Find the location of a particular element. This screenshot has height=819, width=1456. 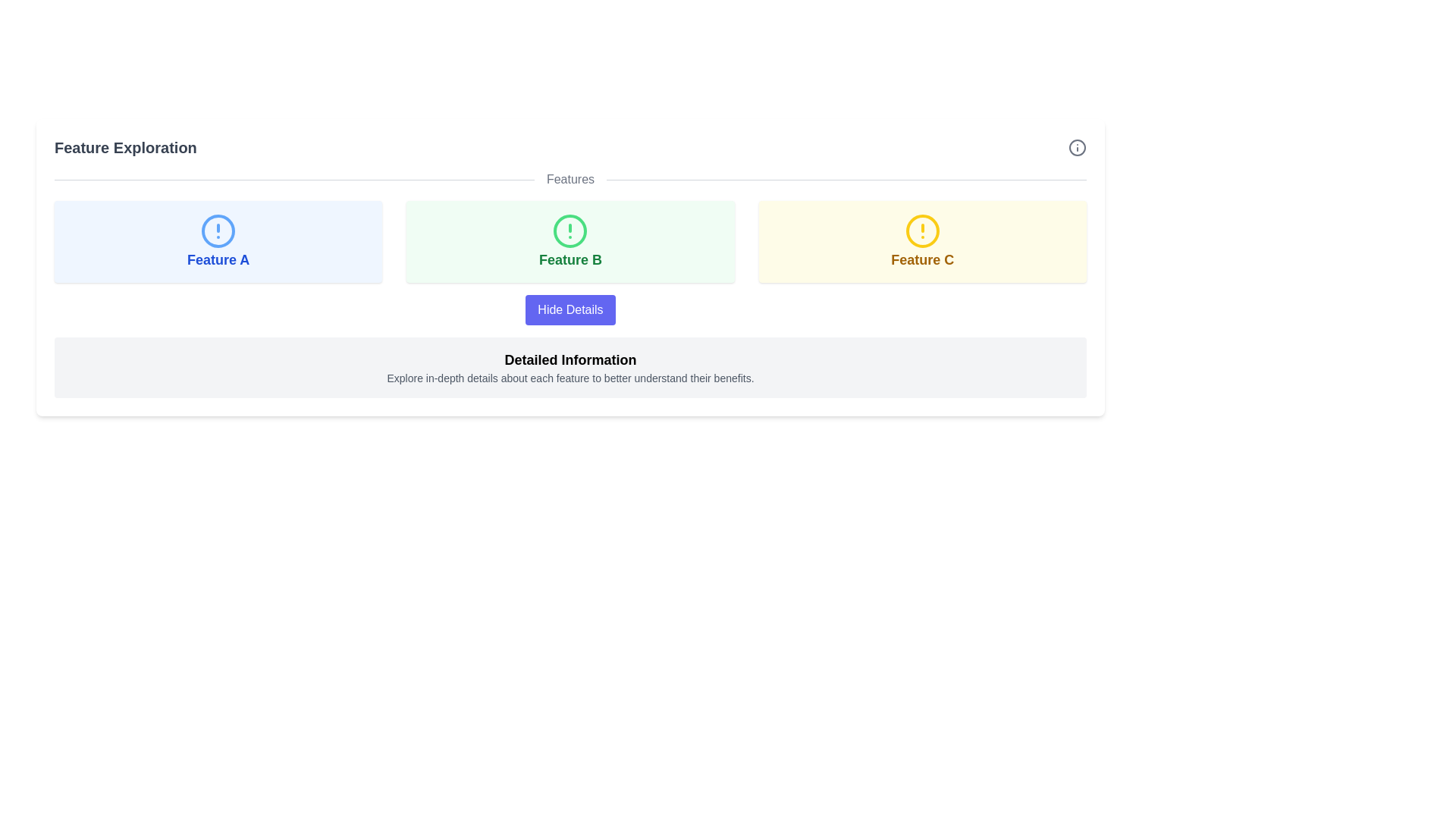

the circular graphic element of the orange alert icon within the 'Feature C' card is located at coordinates (921, 231).